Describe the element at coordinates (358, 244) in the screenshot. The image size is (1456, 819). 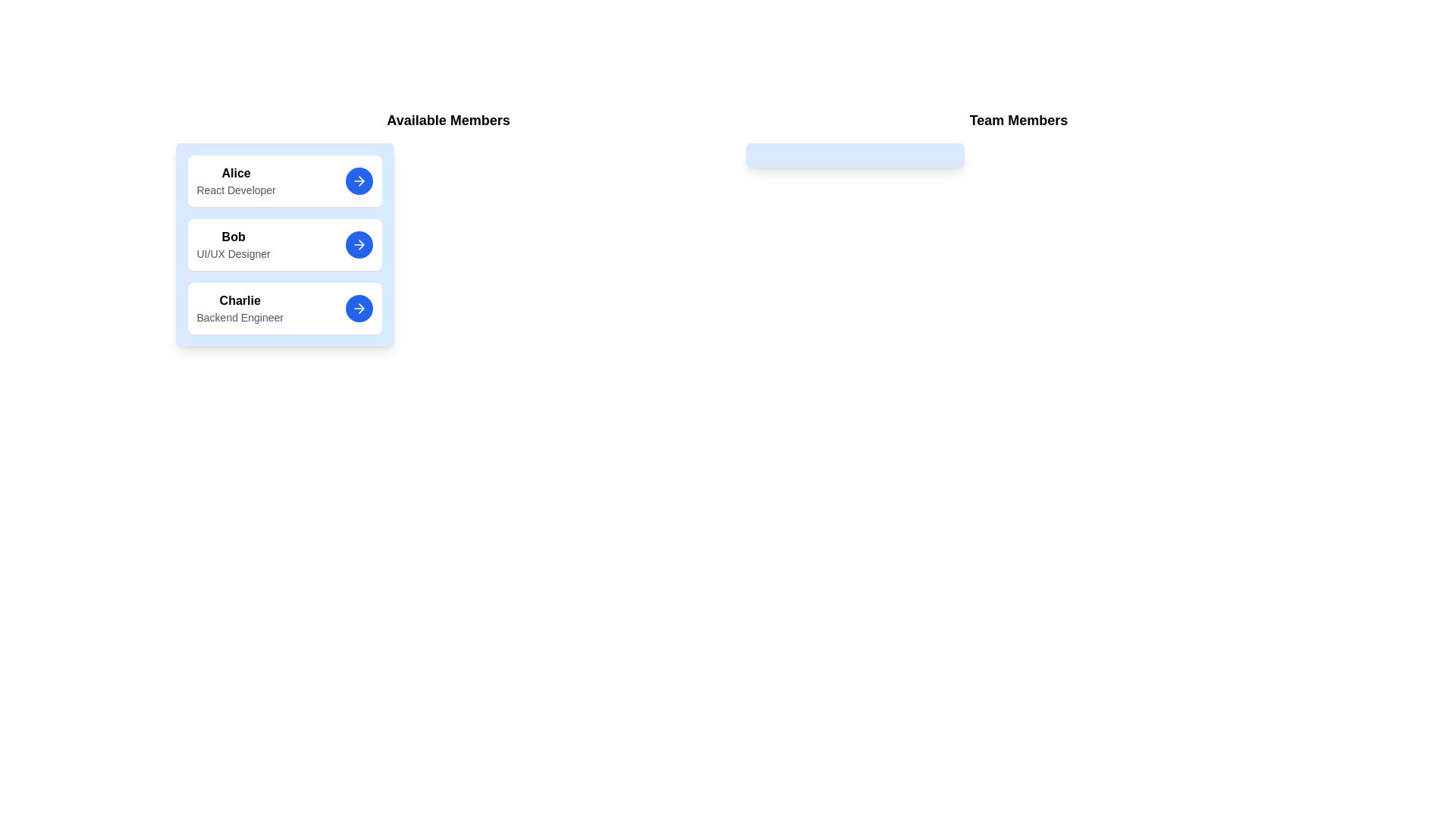
I see `arrow button next to Bob to move them to the team` at that location.